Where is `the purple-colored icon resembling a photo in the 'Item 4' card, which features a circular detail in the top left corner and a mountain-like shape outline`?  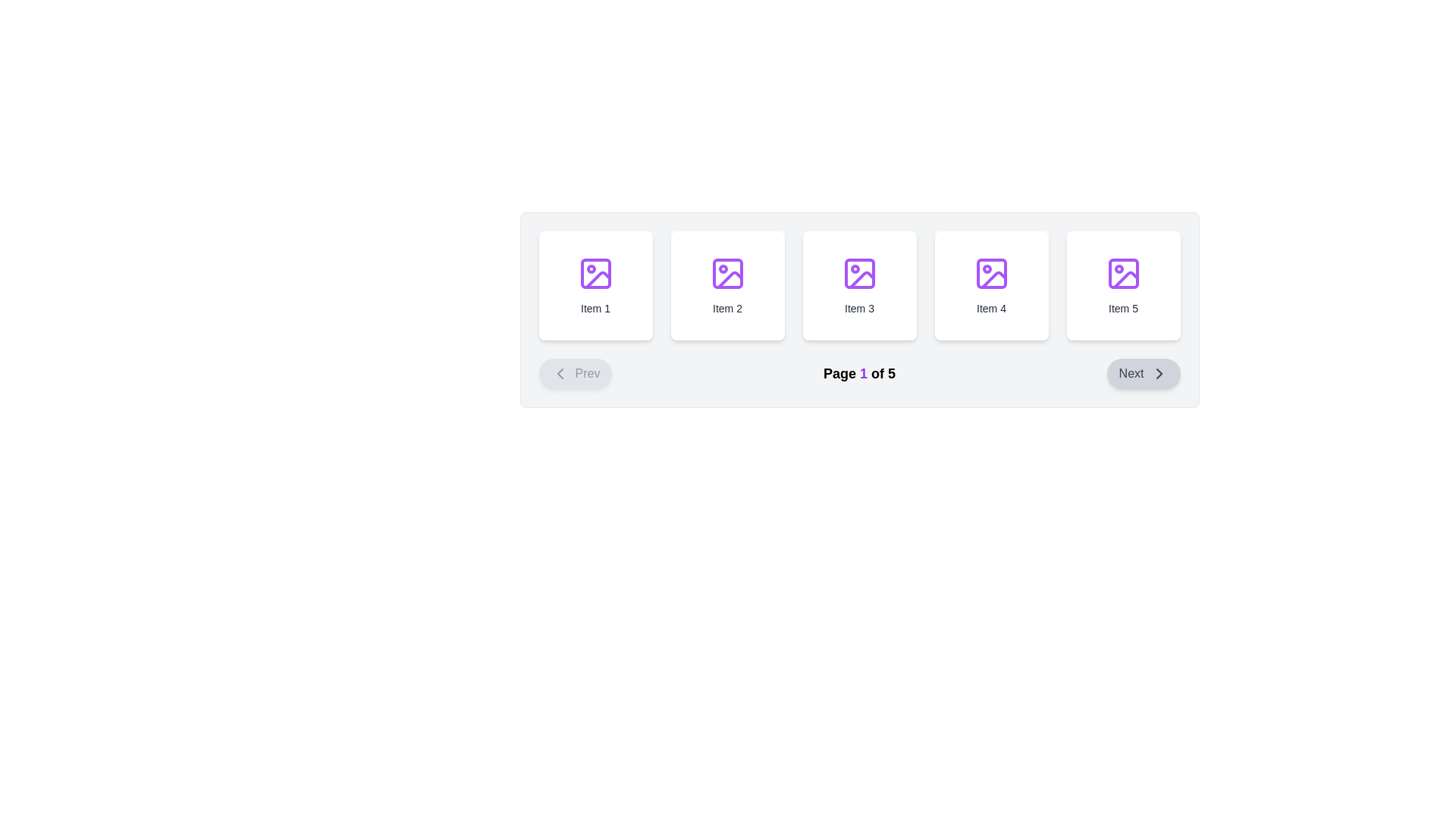
the purple-colored icon resembling a photo in the 'Item 4' card, which features a circular detail in the top left corner and a mountain-like shape outline is located at coordinates (991, 274).